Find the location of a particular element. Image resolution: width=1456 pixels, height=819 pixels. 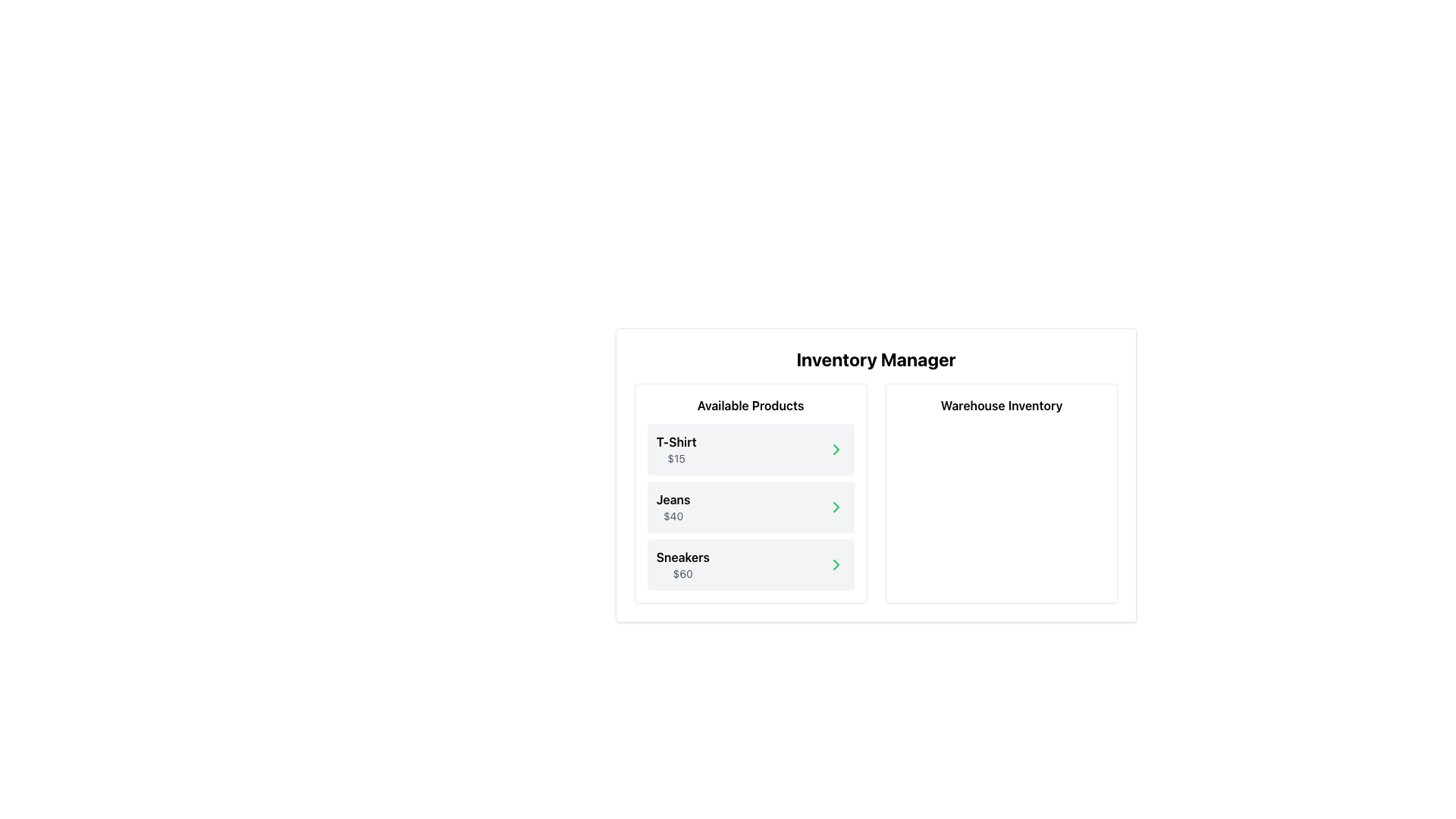

the button associated with the 'Jeans' product entry is located at coordinates (835, 507).